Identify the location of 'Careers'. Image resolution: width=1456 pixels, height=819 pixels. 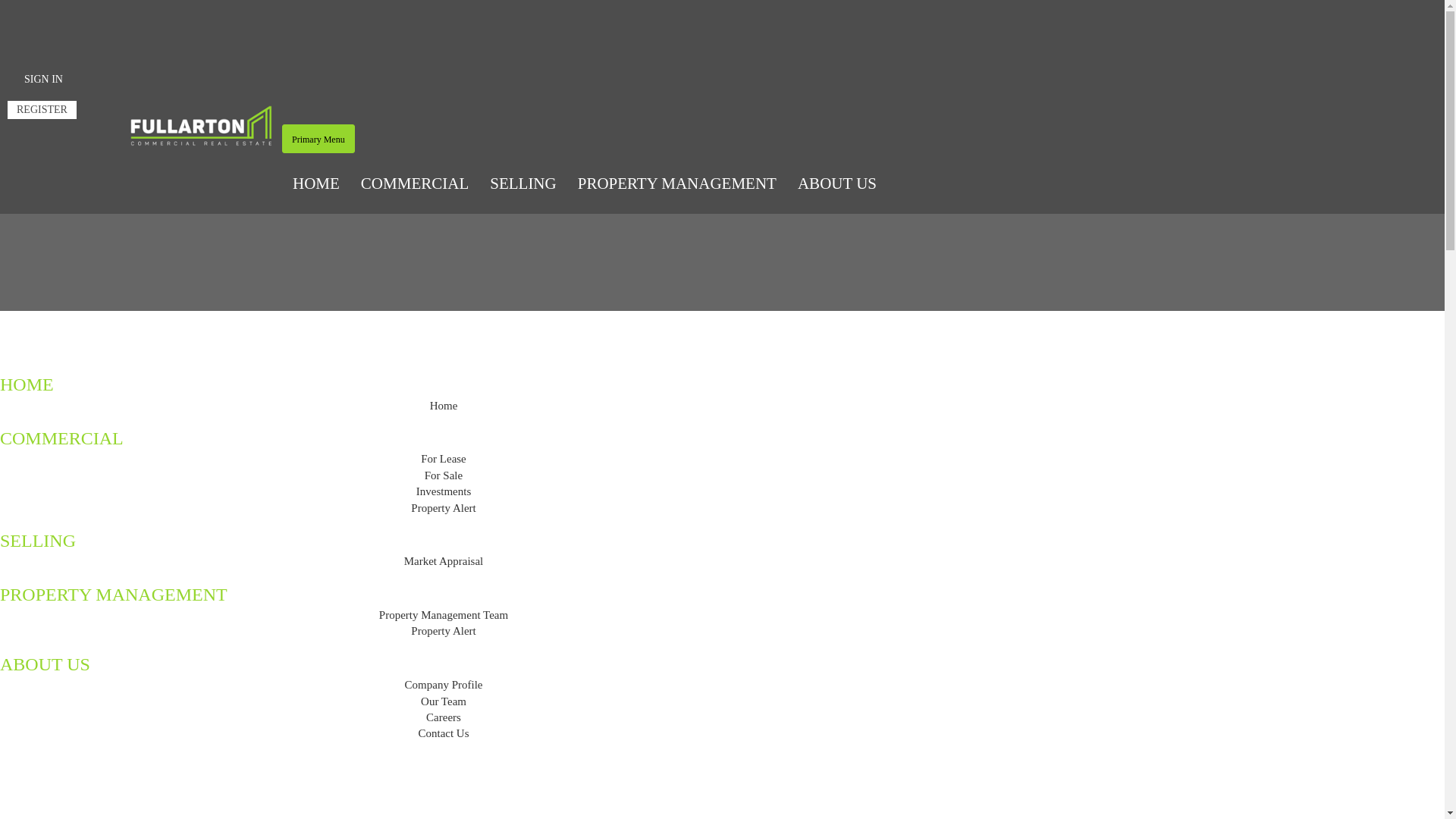
(443, 717).